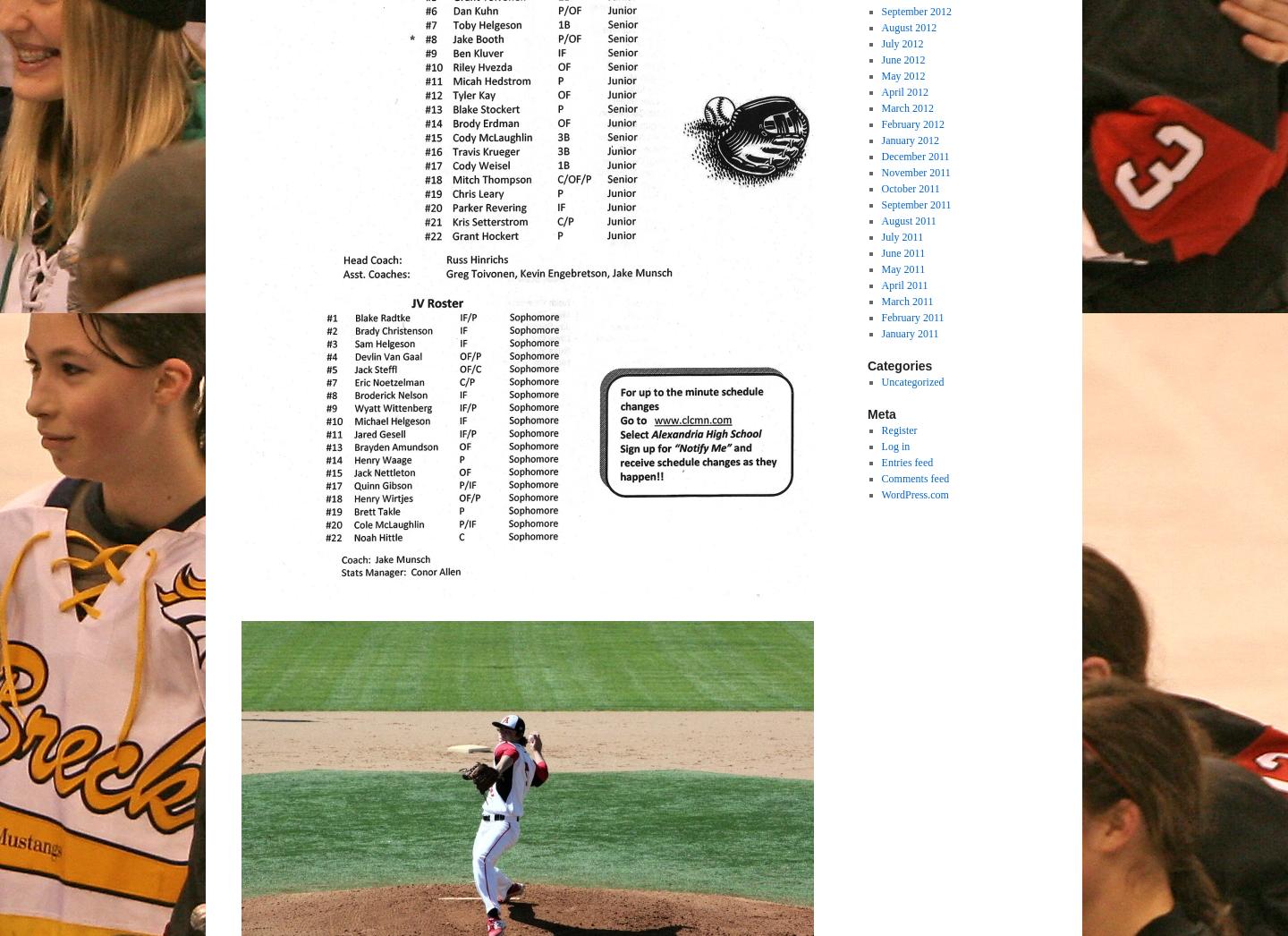 This screenshot has width=1288, height=936. I want to click on 'November 2011', so click(879, 172).